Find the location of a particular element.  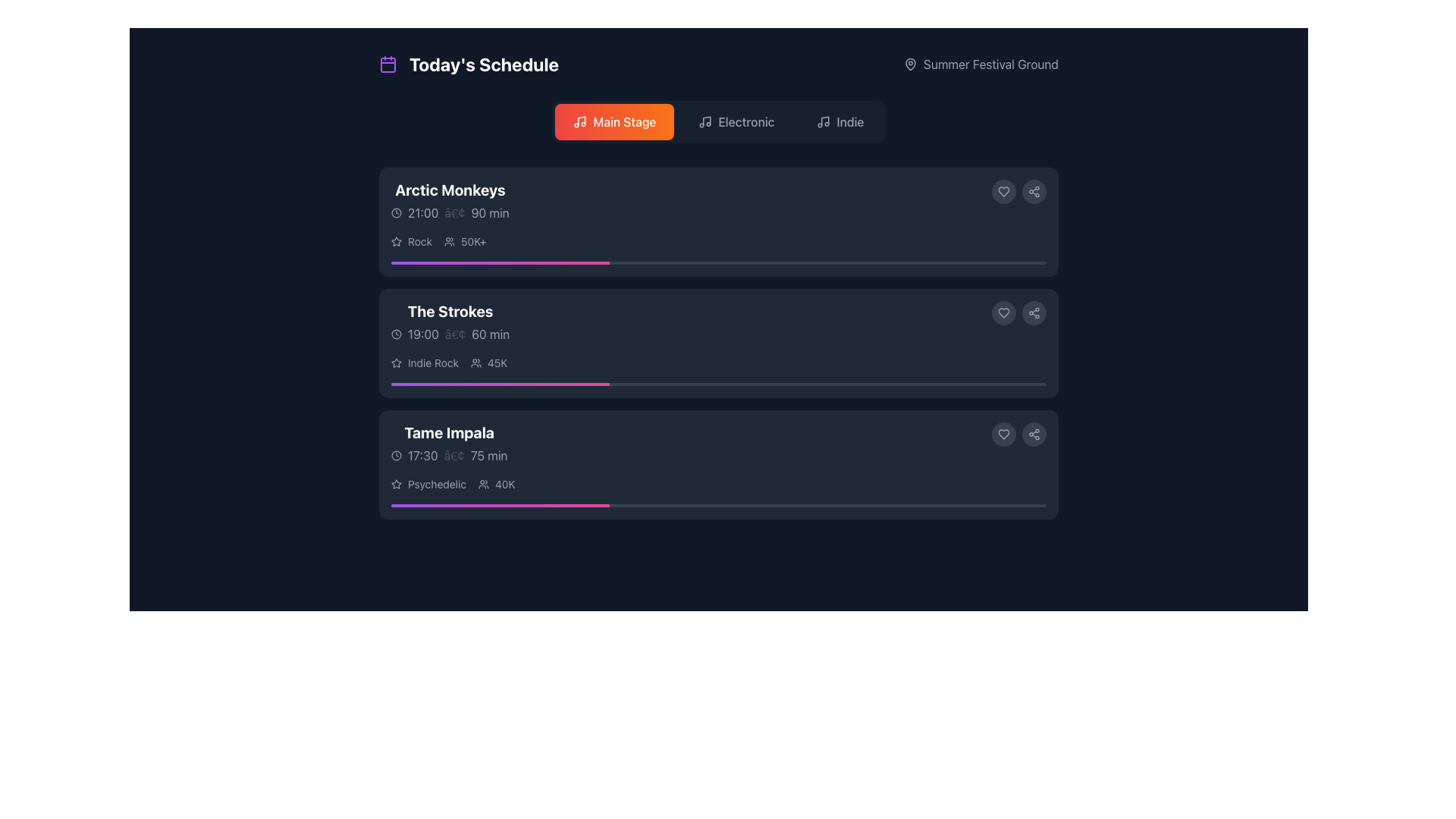

the small circular gray bullet point styled as an Icon/Visual Separator located between the text '19:00' and '60 min' is located at coordinates (454, 333).